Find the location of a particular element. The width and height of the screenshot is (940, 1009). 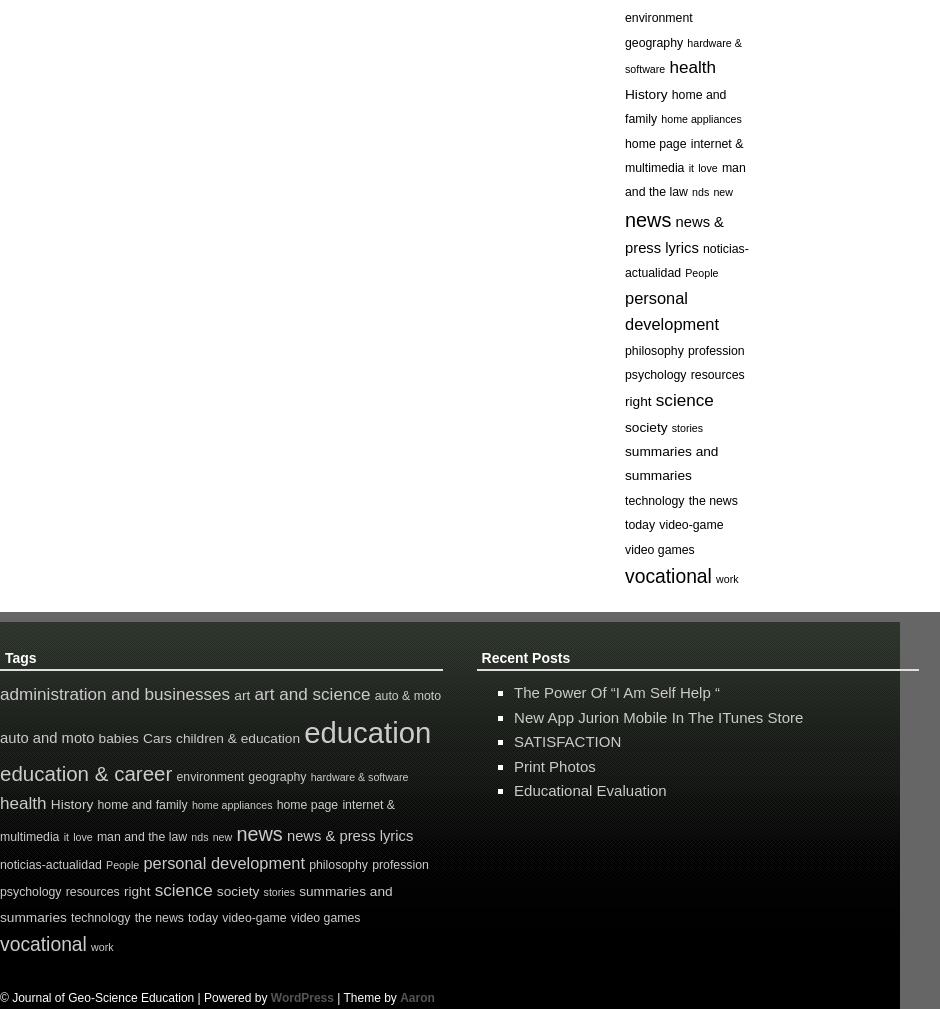

'children & education' is located at coordinates (237, 738).